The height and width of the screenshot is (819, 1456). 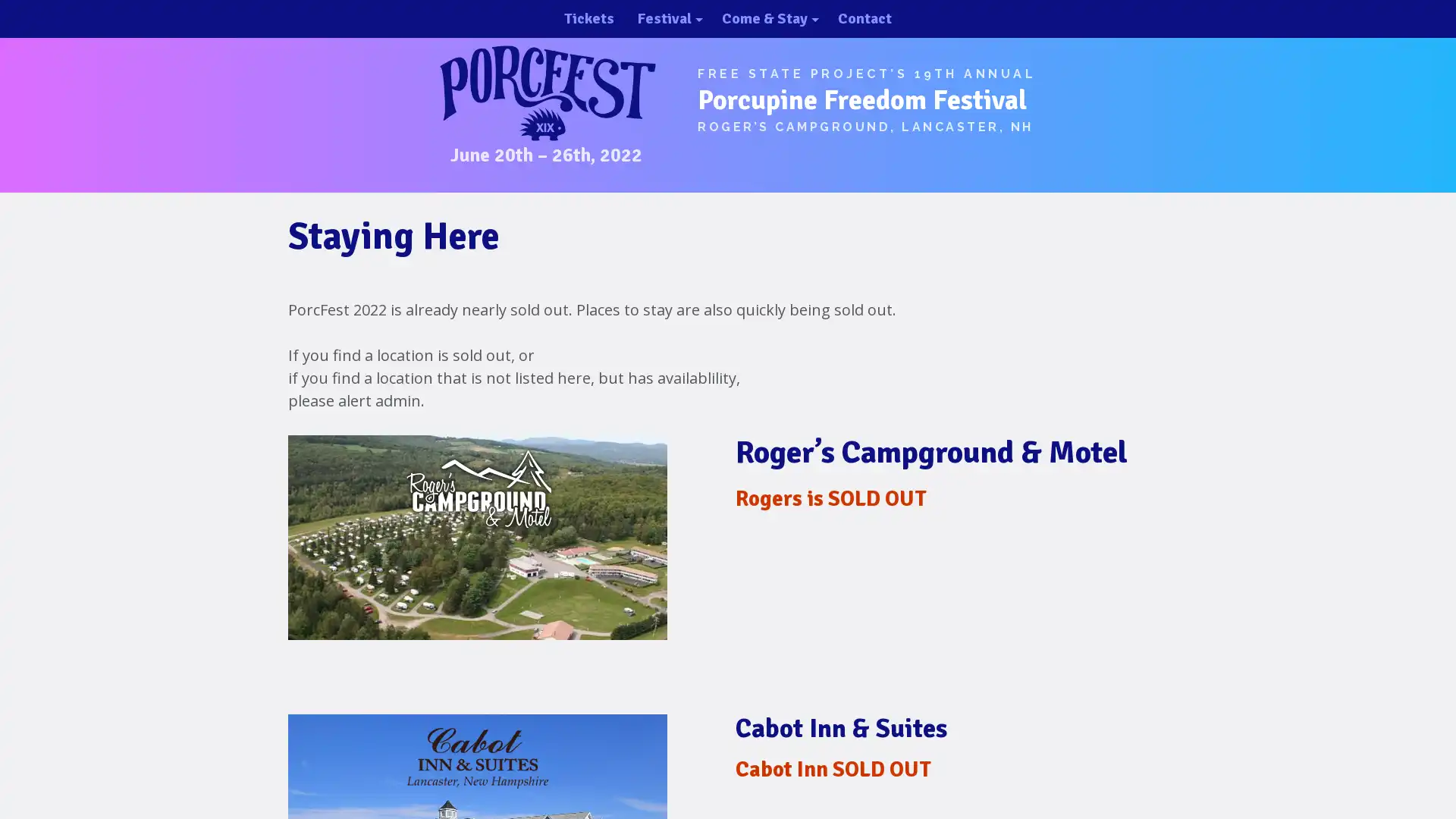 I want to click on close, so click(x=1407, y=61).